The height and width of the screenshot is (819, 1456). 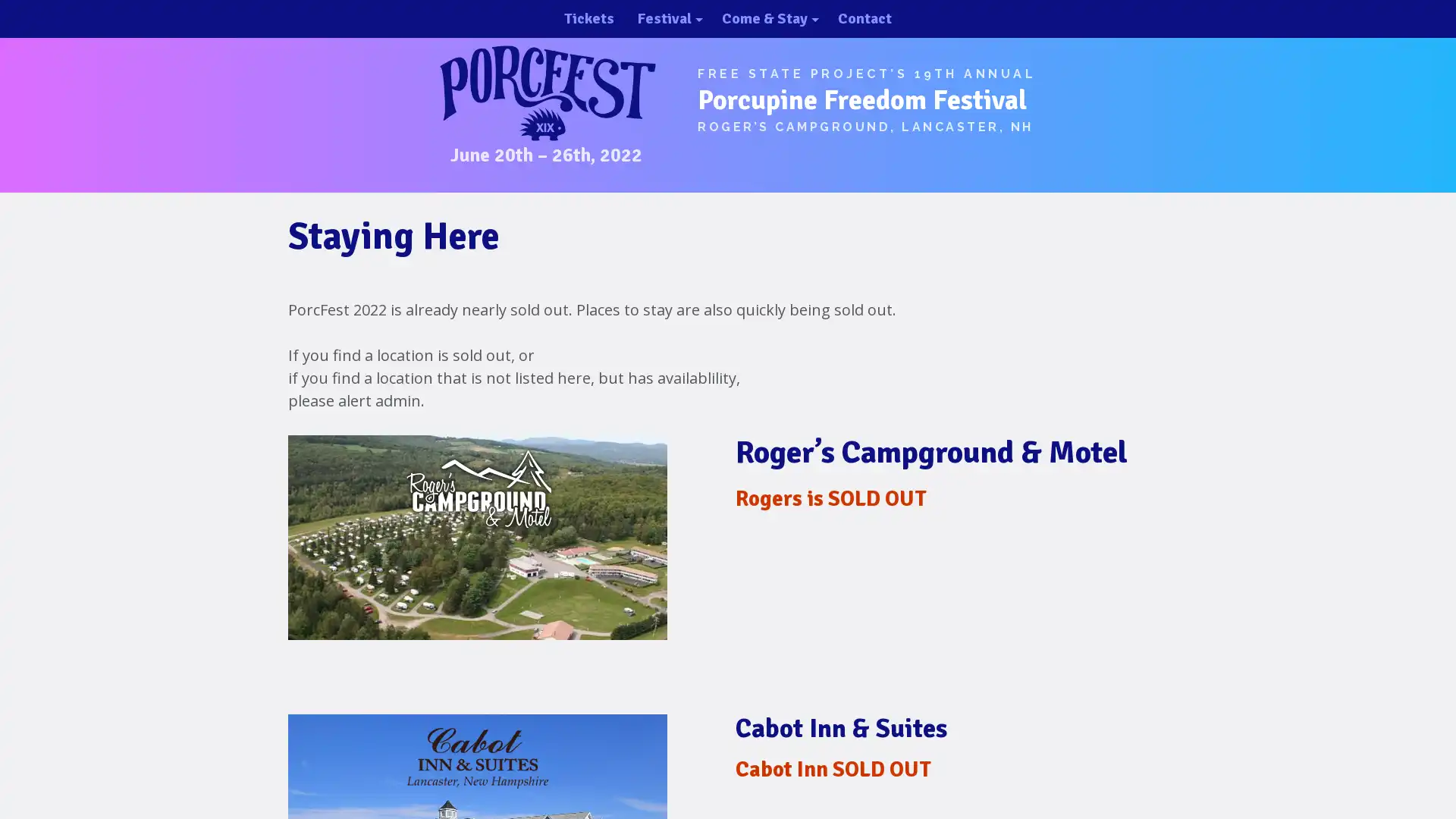 I want to click on close, so click(x=1407, y=61).